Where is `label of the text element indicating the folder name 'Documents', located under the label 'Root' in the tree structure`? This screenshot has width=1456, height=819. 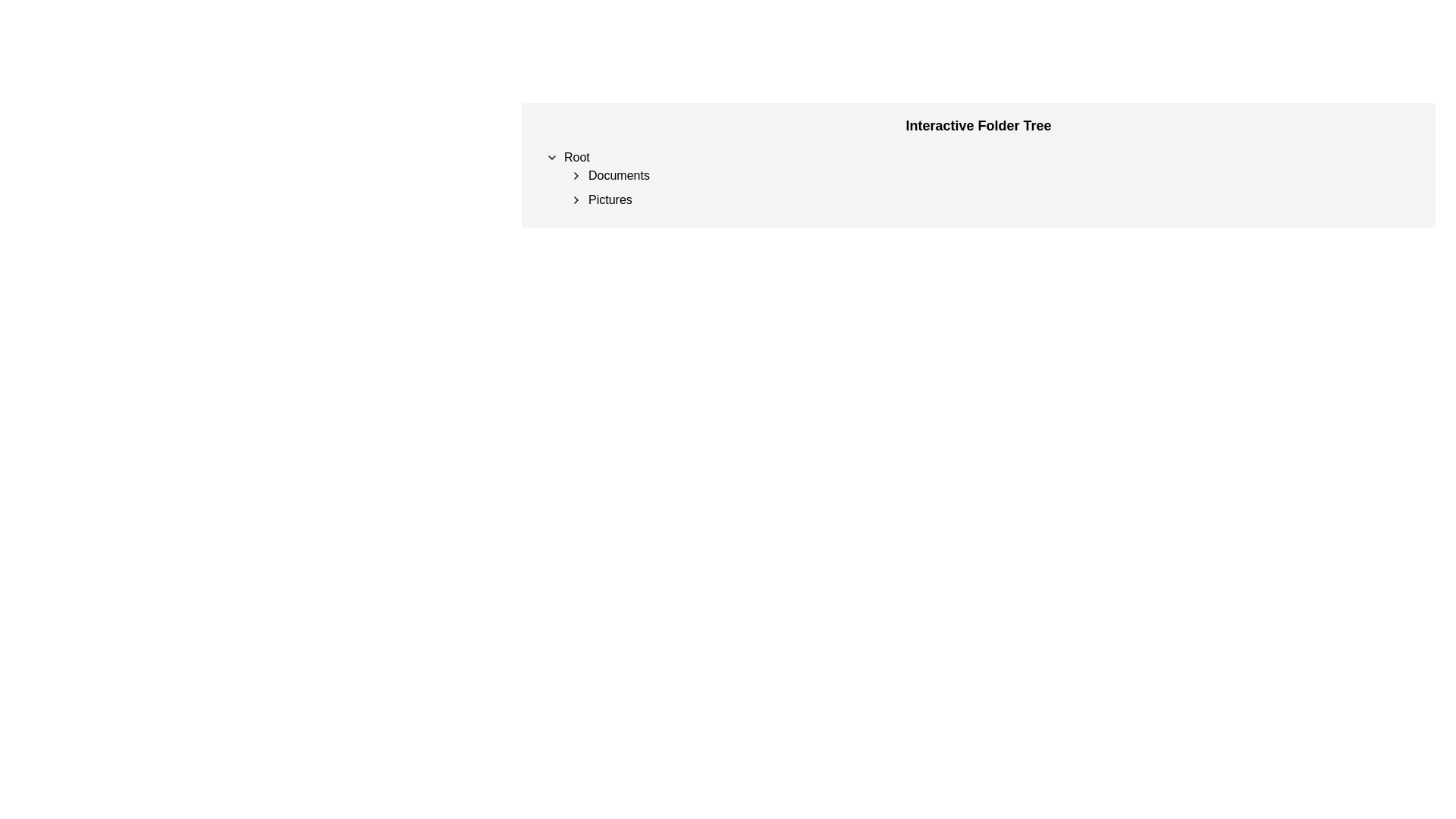 label of the text element indicating the folder name 'Documents', located under the label 'Root' in the tree structure is located at coordinates (619, 174).